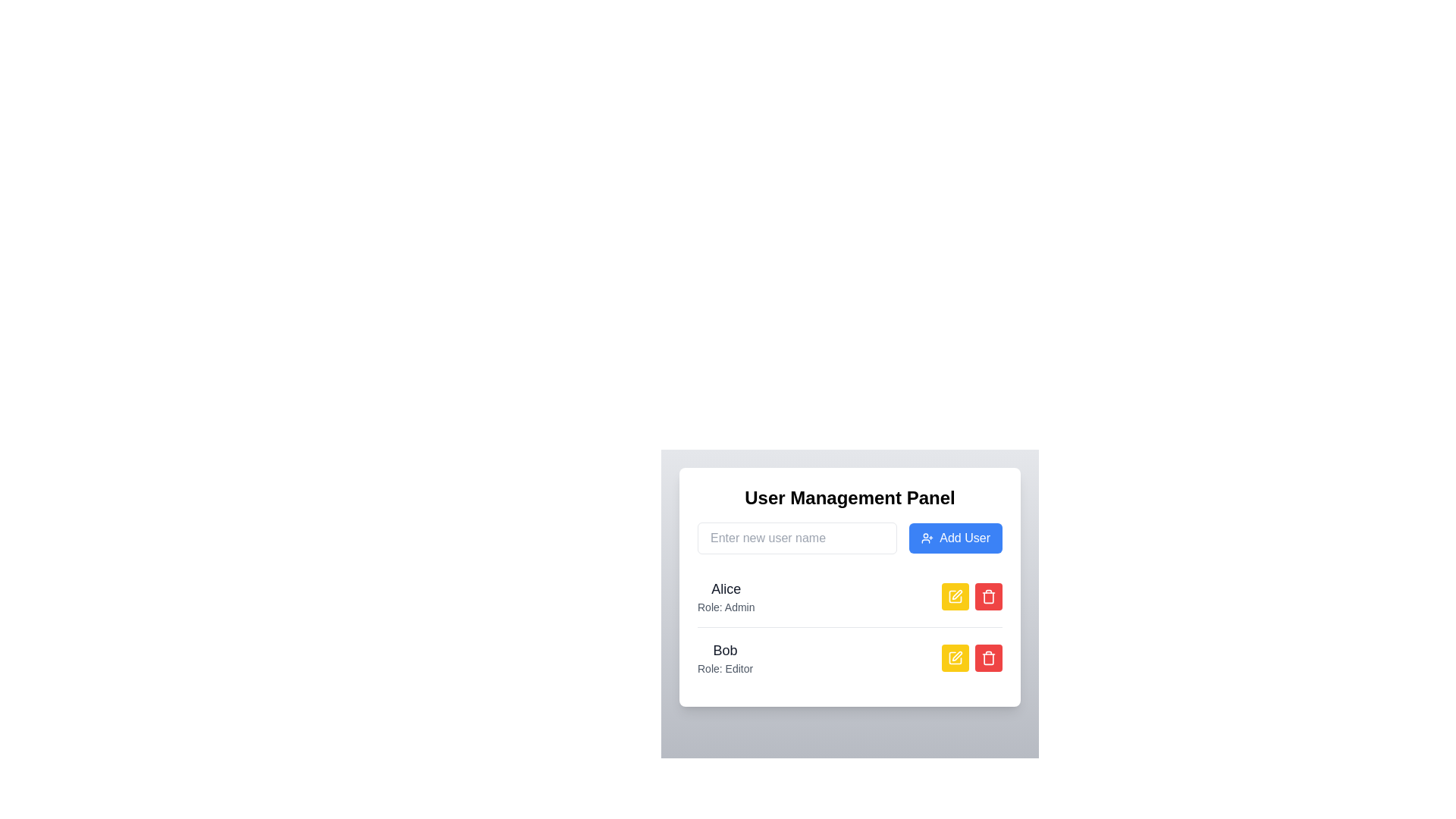 The image size is (1456, 819). What do you see at coordinates (850, 497) in the screenshot?
I see `the section title text located at the top of the 'User Management Panel' interface, which indicates the purpose and context of the interface` at bounding box center [850, 497].